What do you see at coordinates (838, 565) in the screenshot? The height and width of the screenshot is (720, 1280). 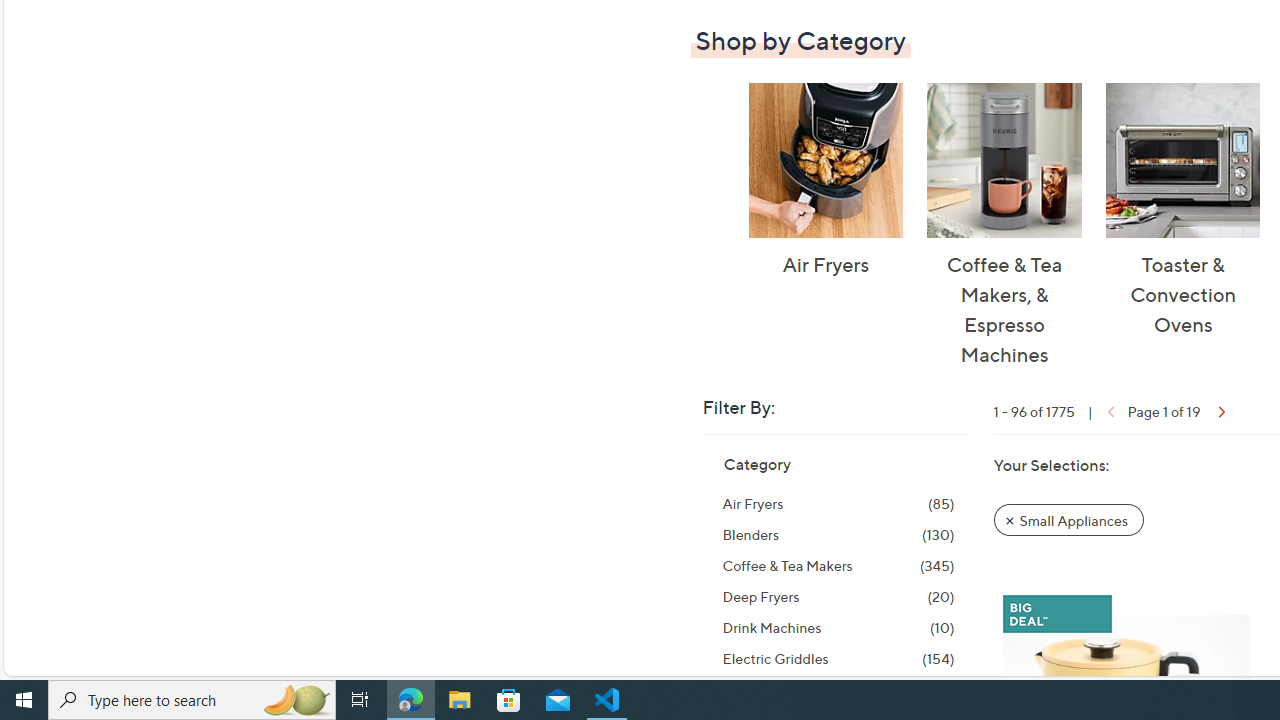 I see `'Coffee & Tea Makers, 345 items'` at bounding box center [838, 565].